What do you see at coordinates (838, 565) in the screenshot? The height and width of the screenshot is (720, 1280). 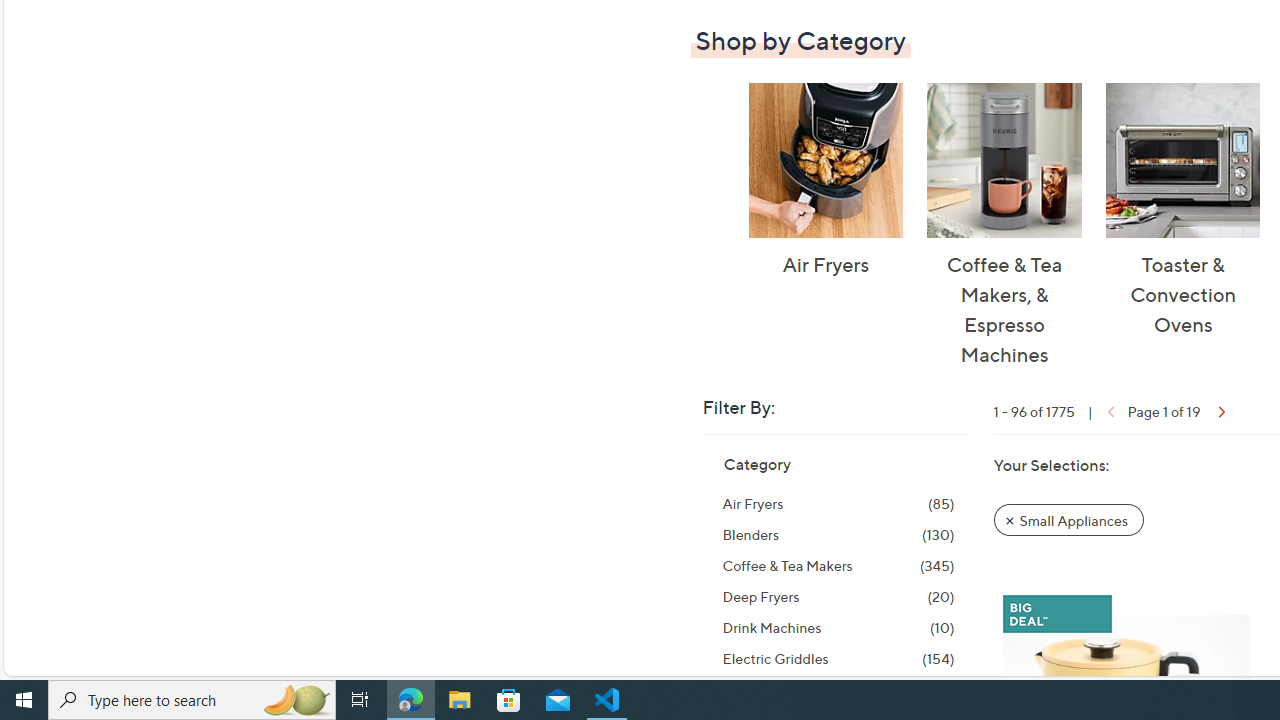 I see `'Coffee & Tea Makers, 345 items'` at bounding box center [838, 565].